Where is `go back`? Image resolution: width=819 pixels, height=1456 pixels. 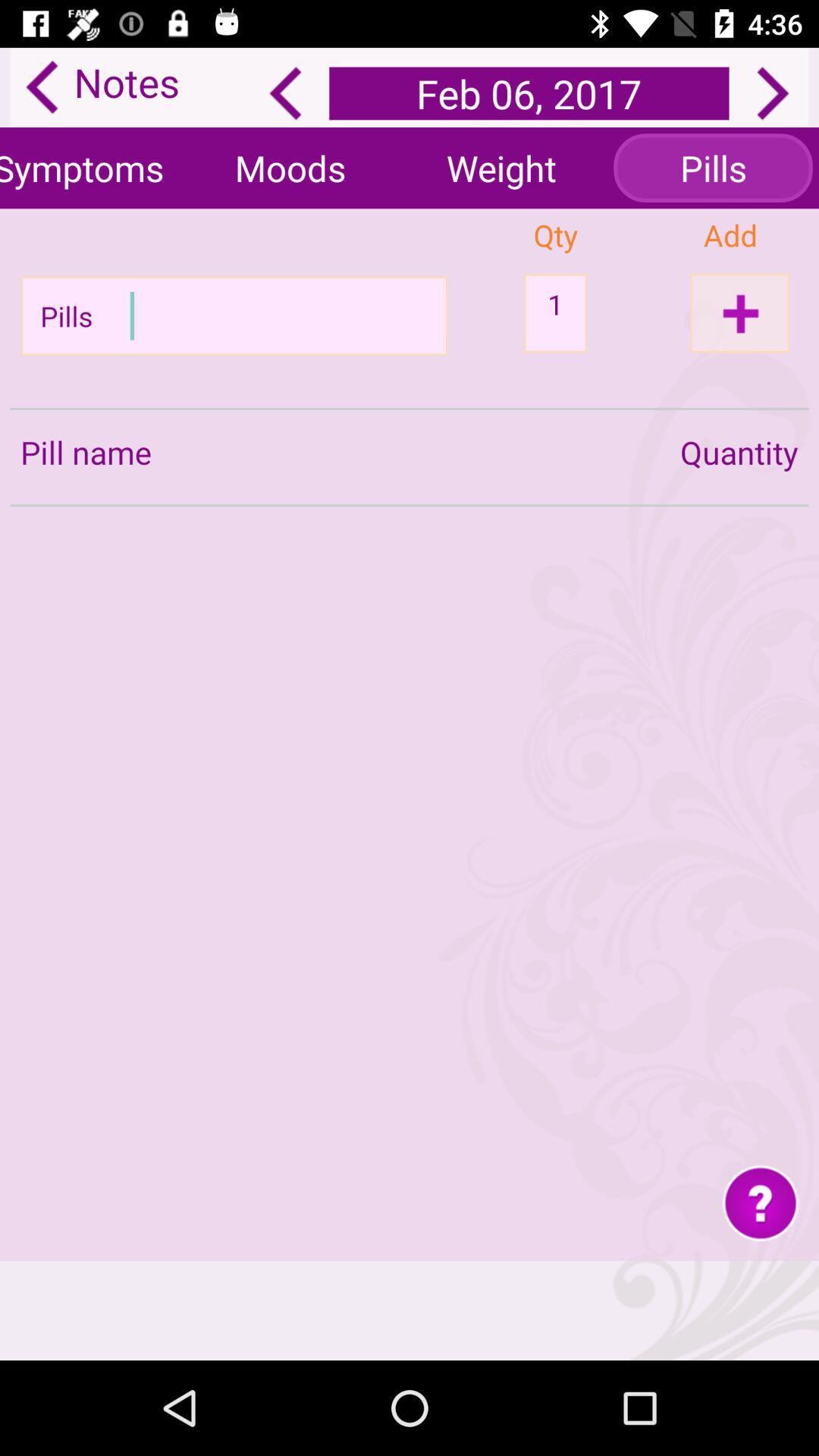
go back is located at coordinates (285, 93).